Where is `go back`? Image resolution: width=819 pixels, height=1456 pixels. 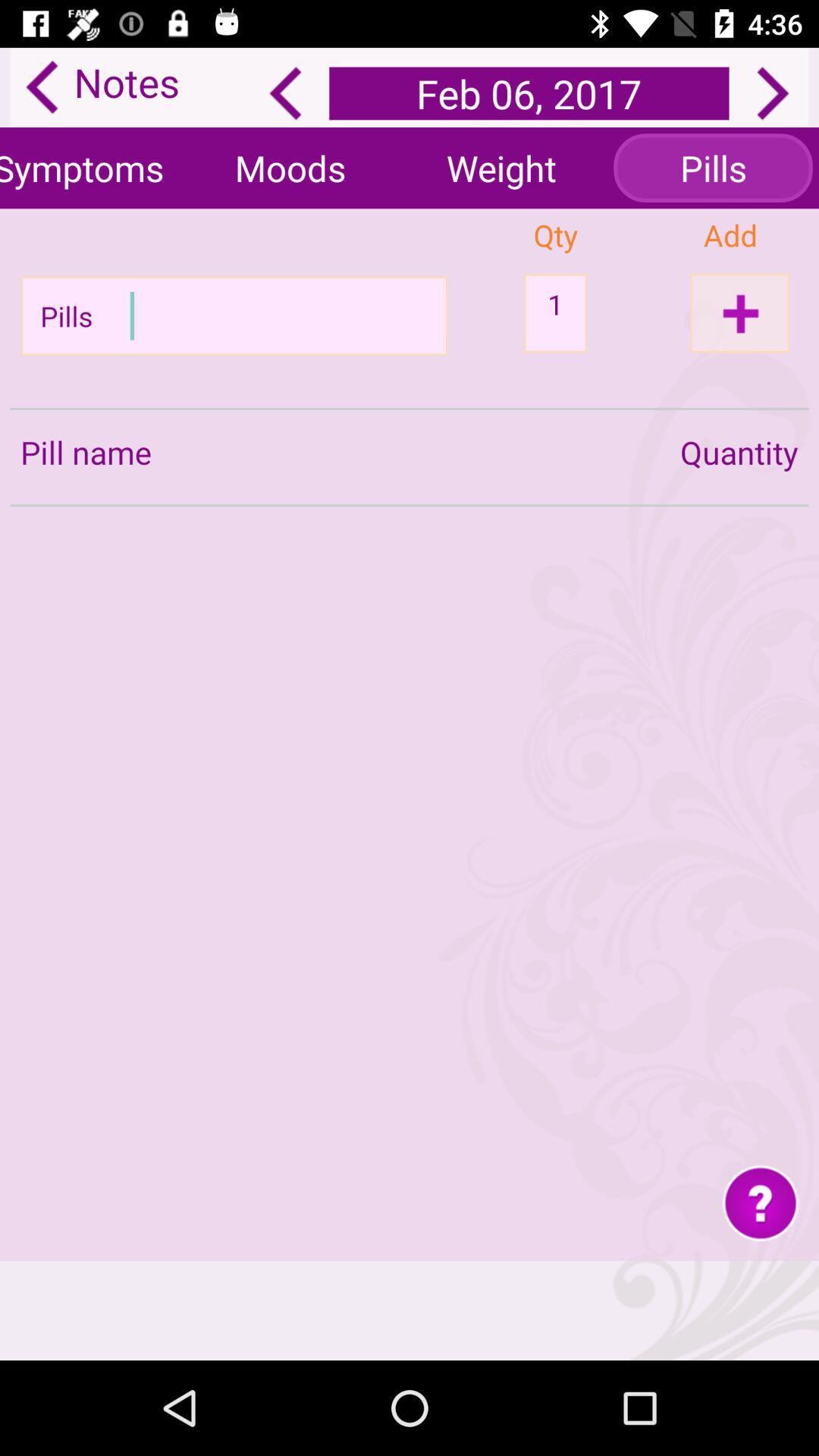
go back is located at coordinates (285, 93).